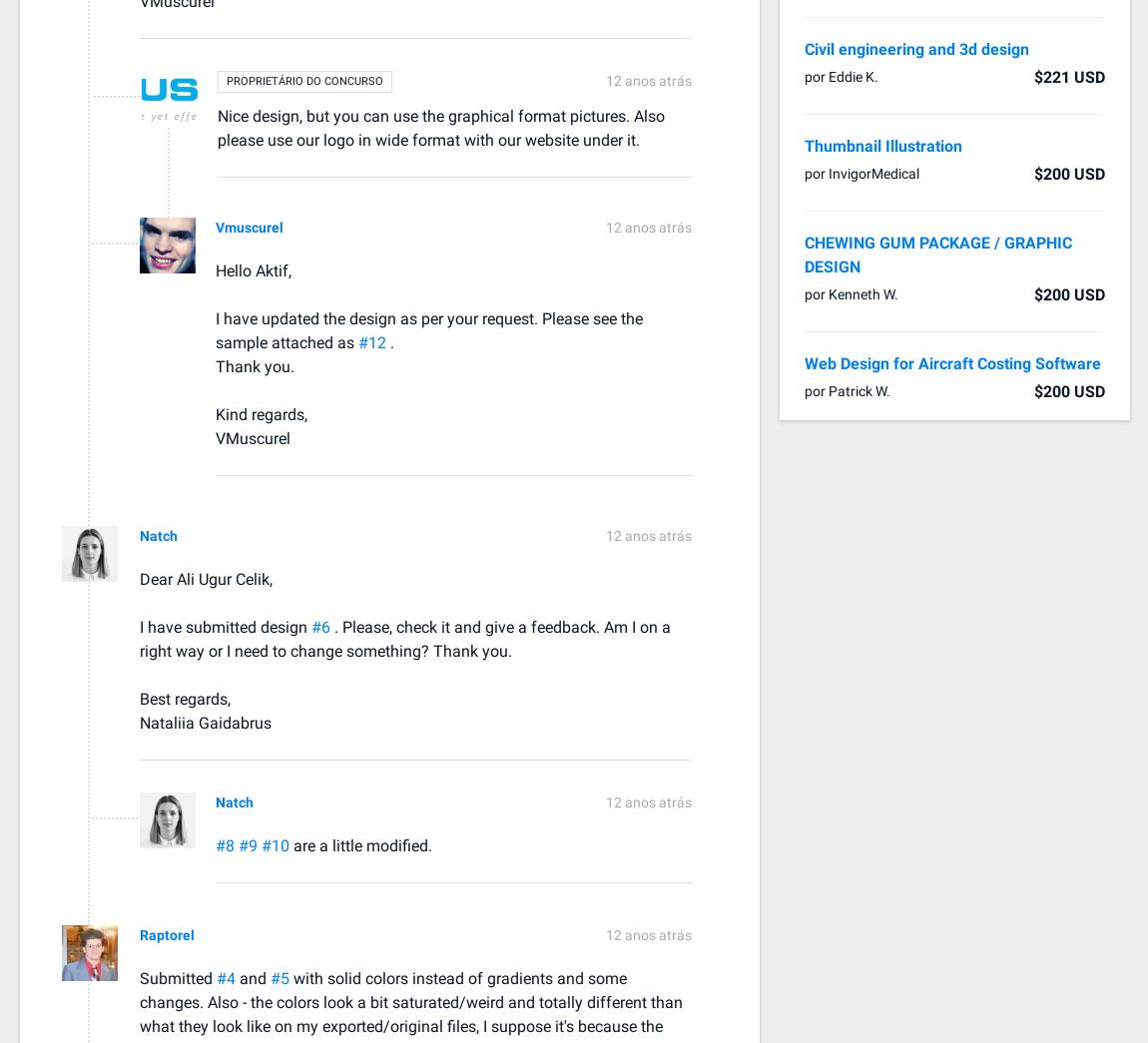 Image resolution: width=1148 pixels, height=1043 pixels. I want to click on '#9', so click(249, 843).